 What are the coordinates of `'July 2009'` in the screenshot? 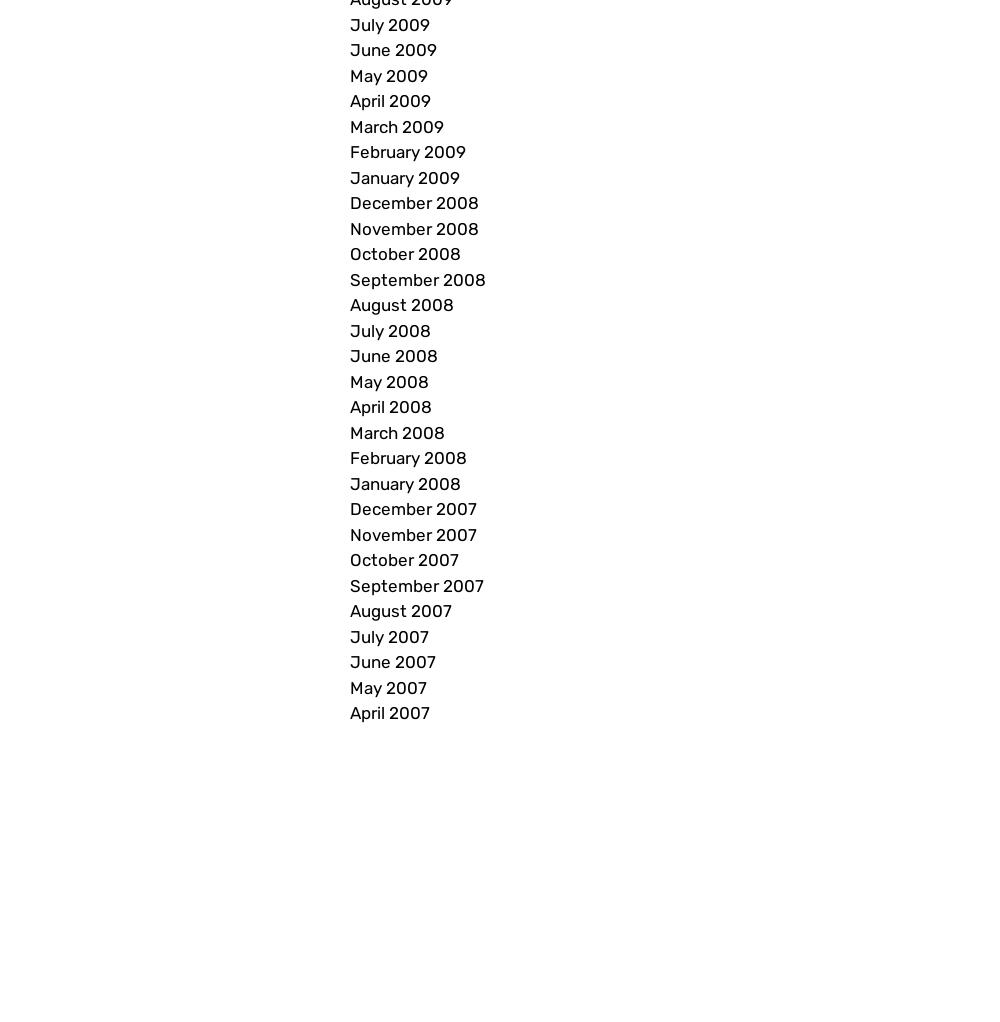 It's located at (349, 23).